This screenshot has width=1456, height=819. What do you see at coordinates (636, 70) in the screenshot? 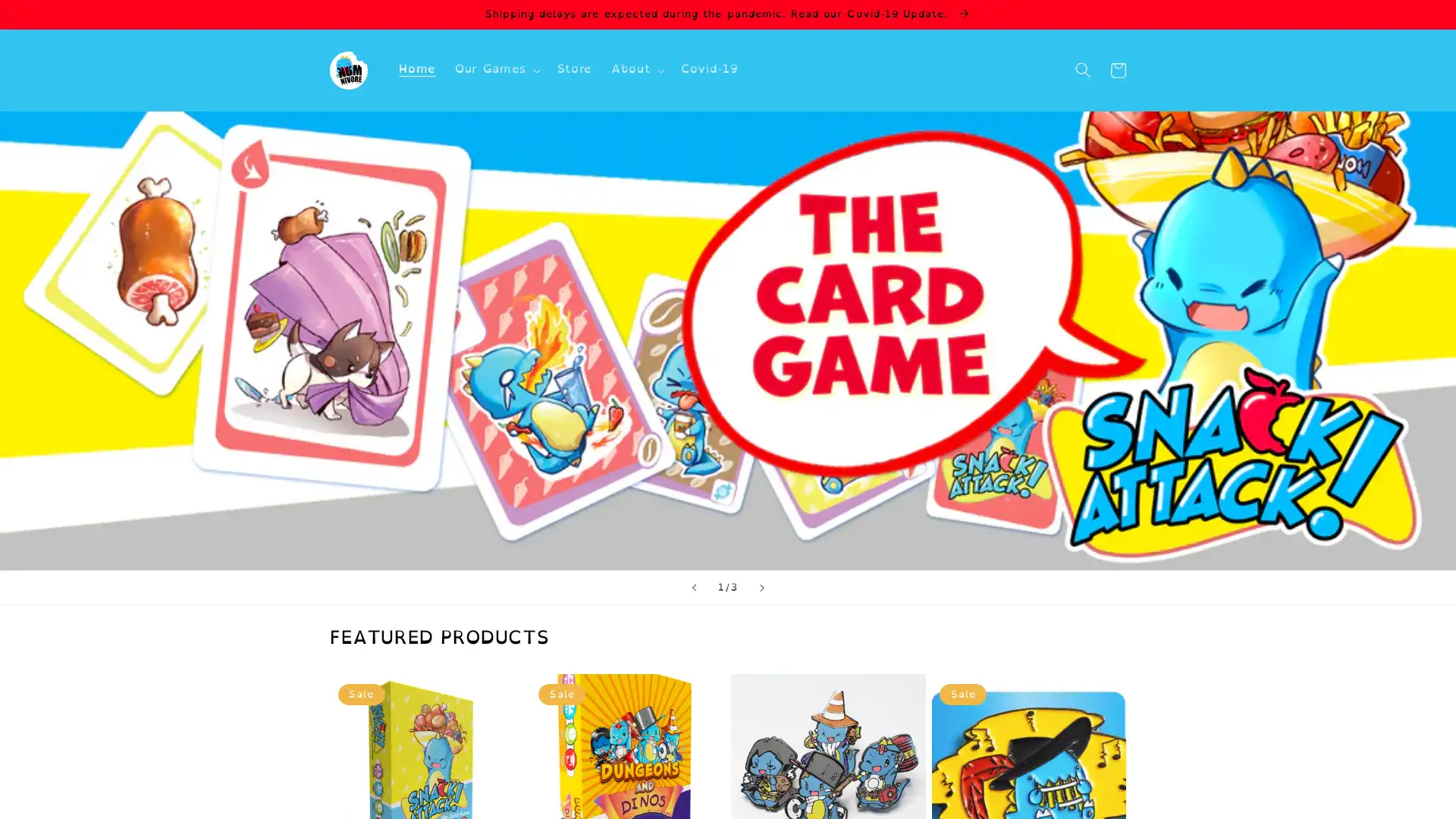
I see `About` at bounding box center [636, 70].